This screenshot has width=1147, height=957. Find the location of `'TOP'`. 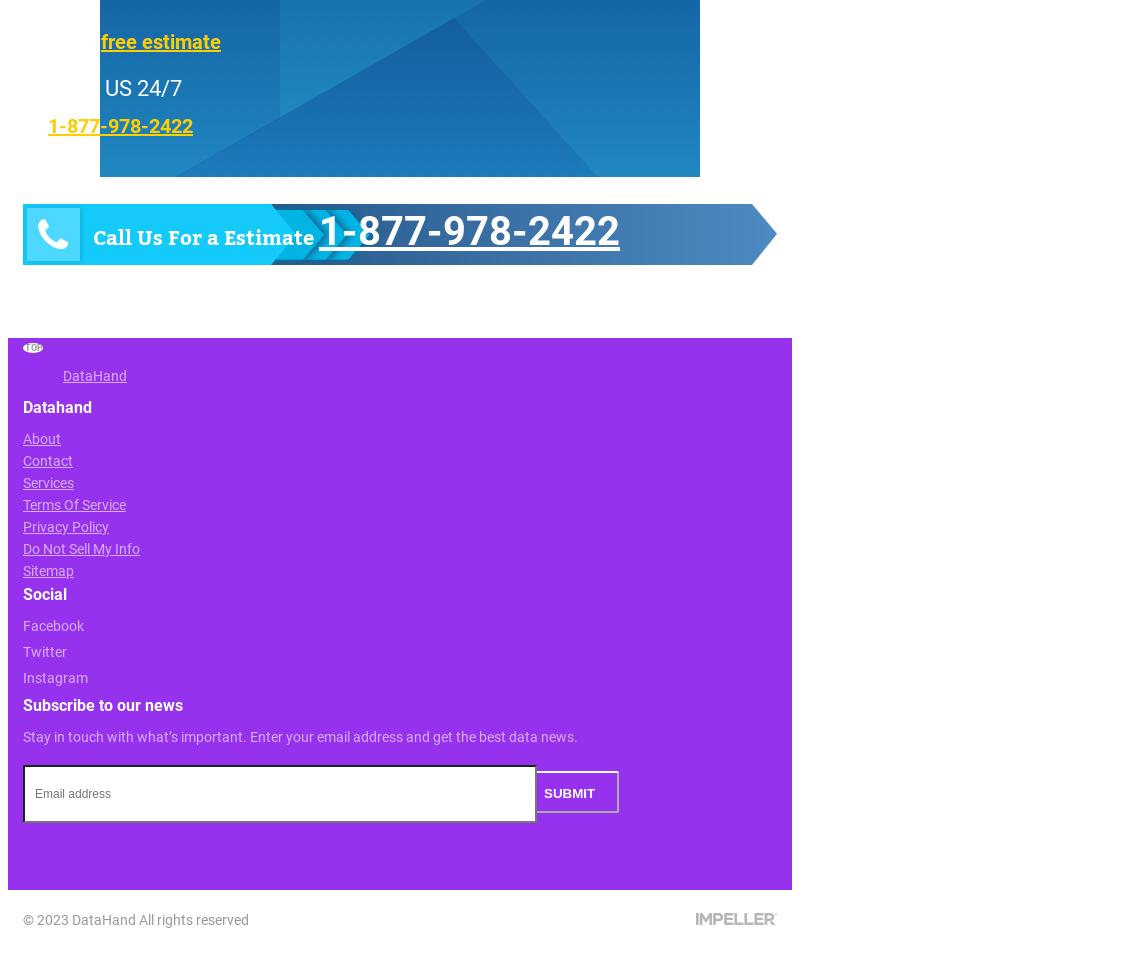

'TOP' is located at coordinates (33, 347).